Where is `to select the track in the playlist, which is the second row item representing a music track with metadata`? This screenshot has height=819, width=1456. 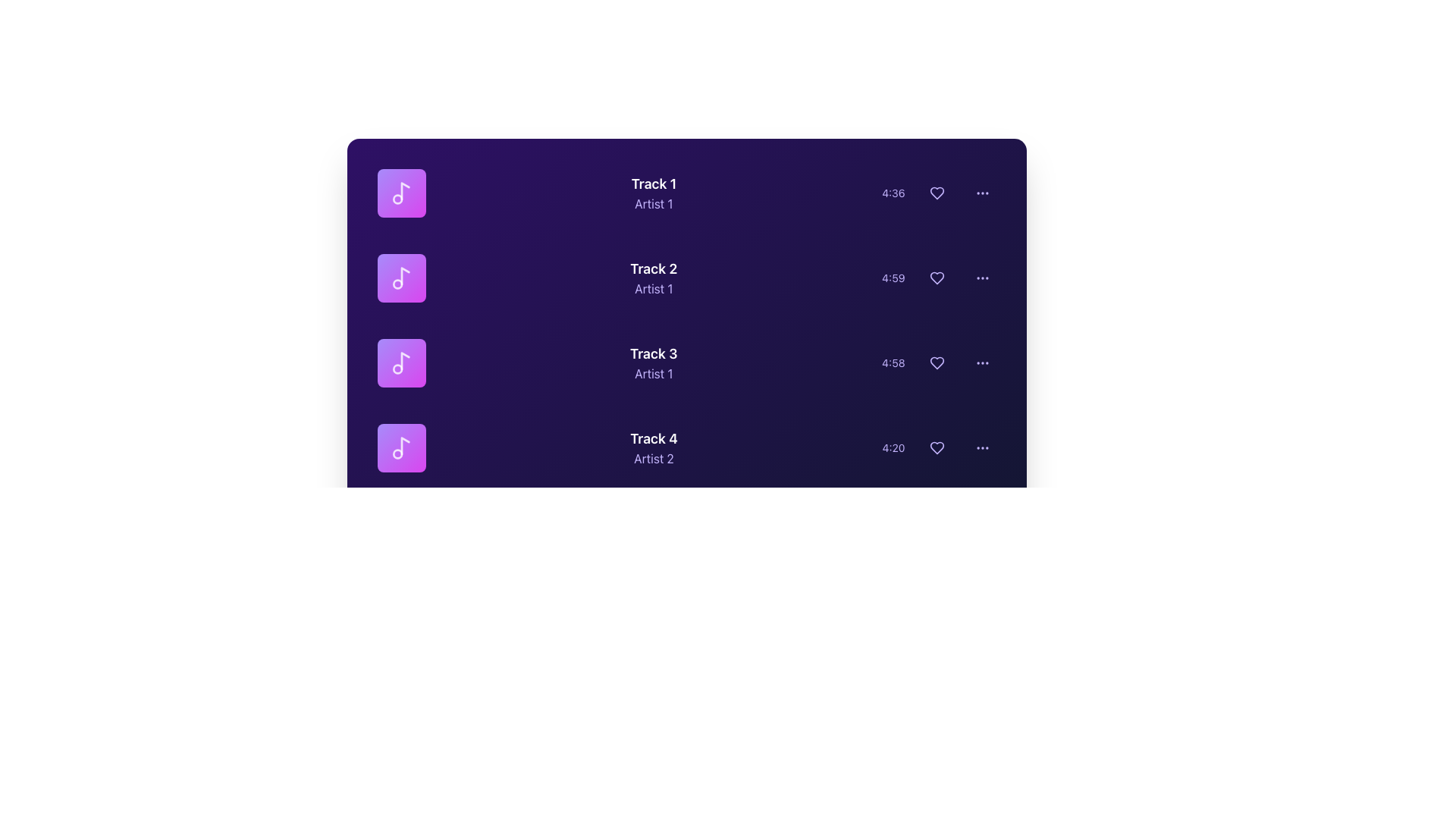 to select the track in the playlist, which is the second row item representing a music track with metadata is located at coordinates (686, 278).